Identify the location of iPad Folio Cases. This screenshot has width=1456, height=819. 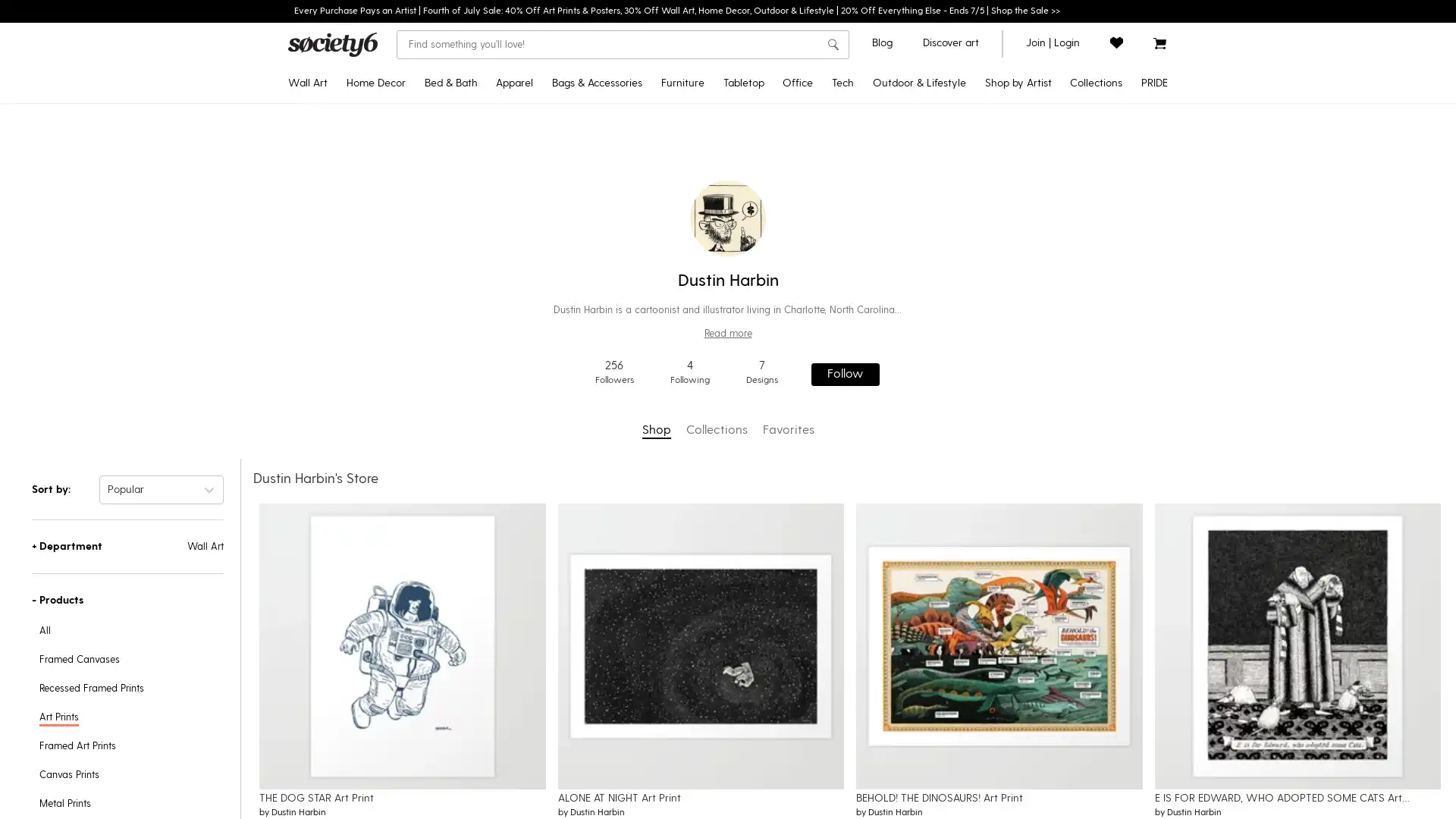
(896, 268).